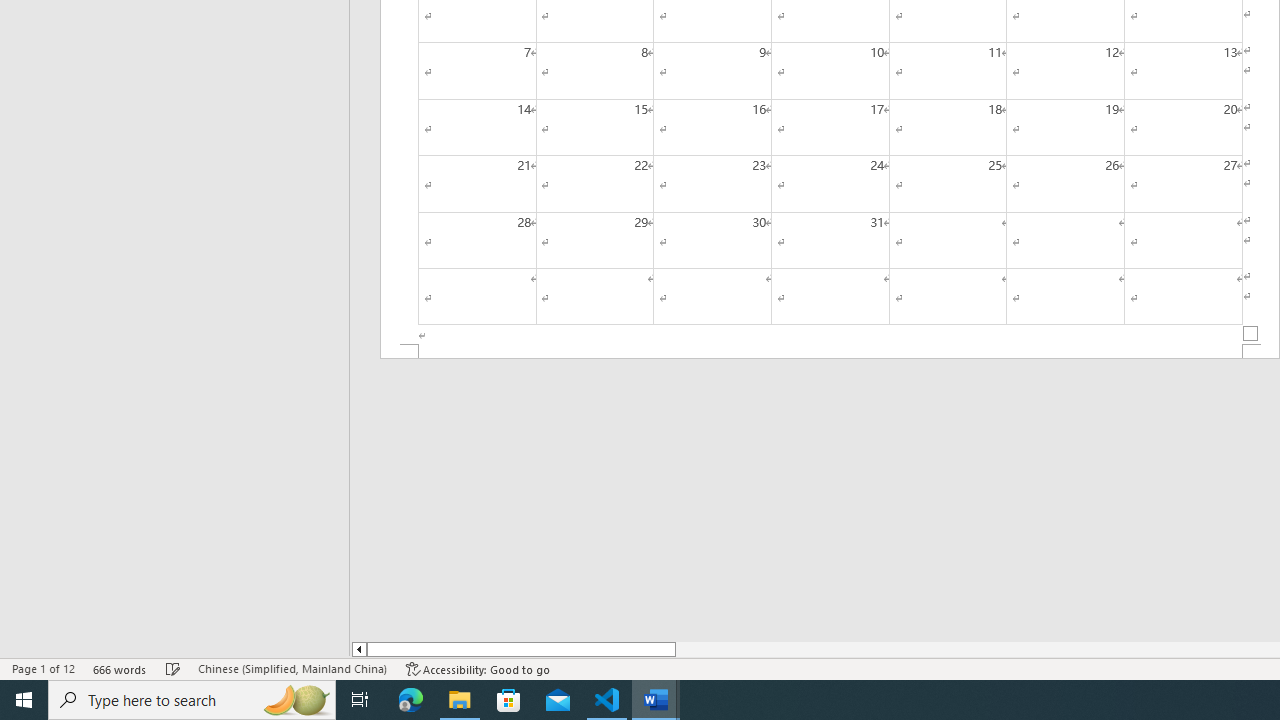  I want to click on 'Spelling and Grammar Check Checking', so click(173, 669).